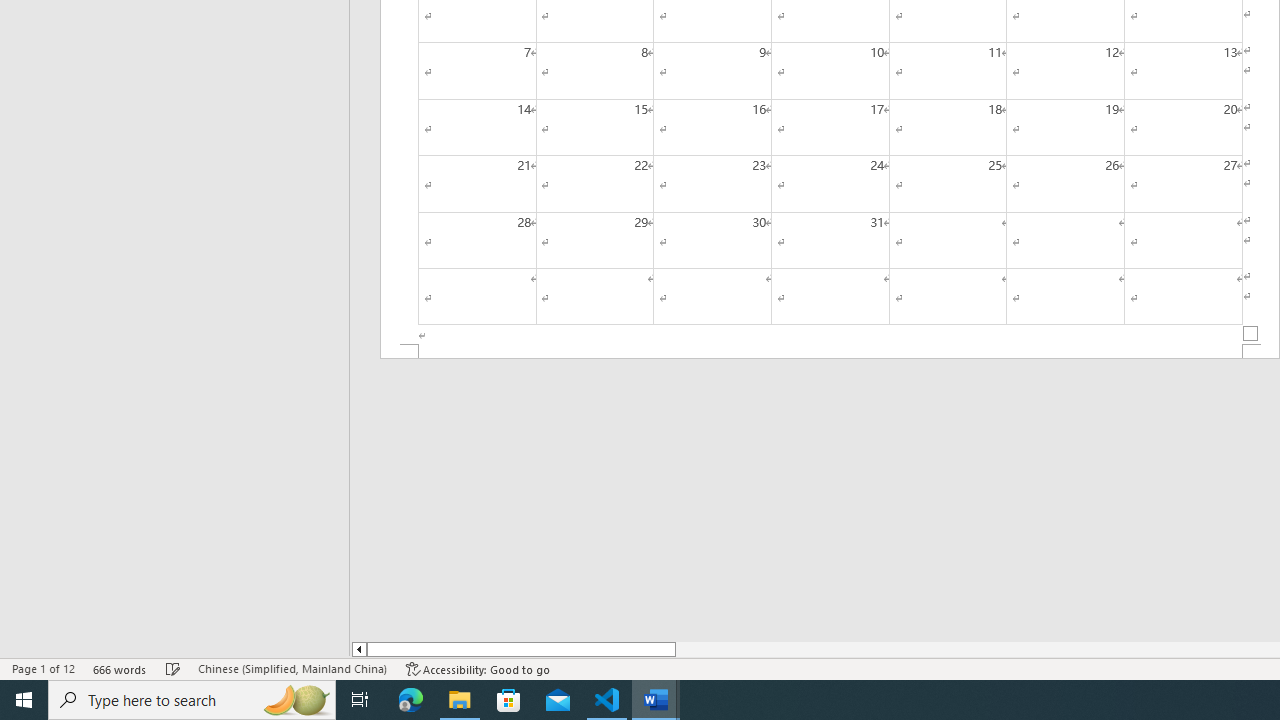  I want to click on 'Spelling and Grammar Check Checking', so click(173, 669).